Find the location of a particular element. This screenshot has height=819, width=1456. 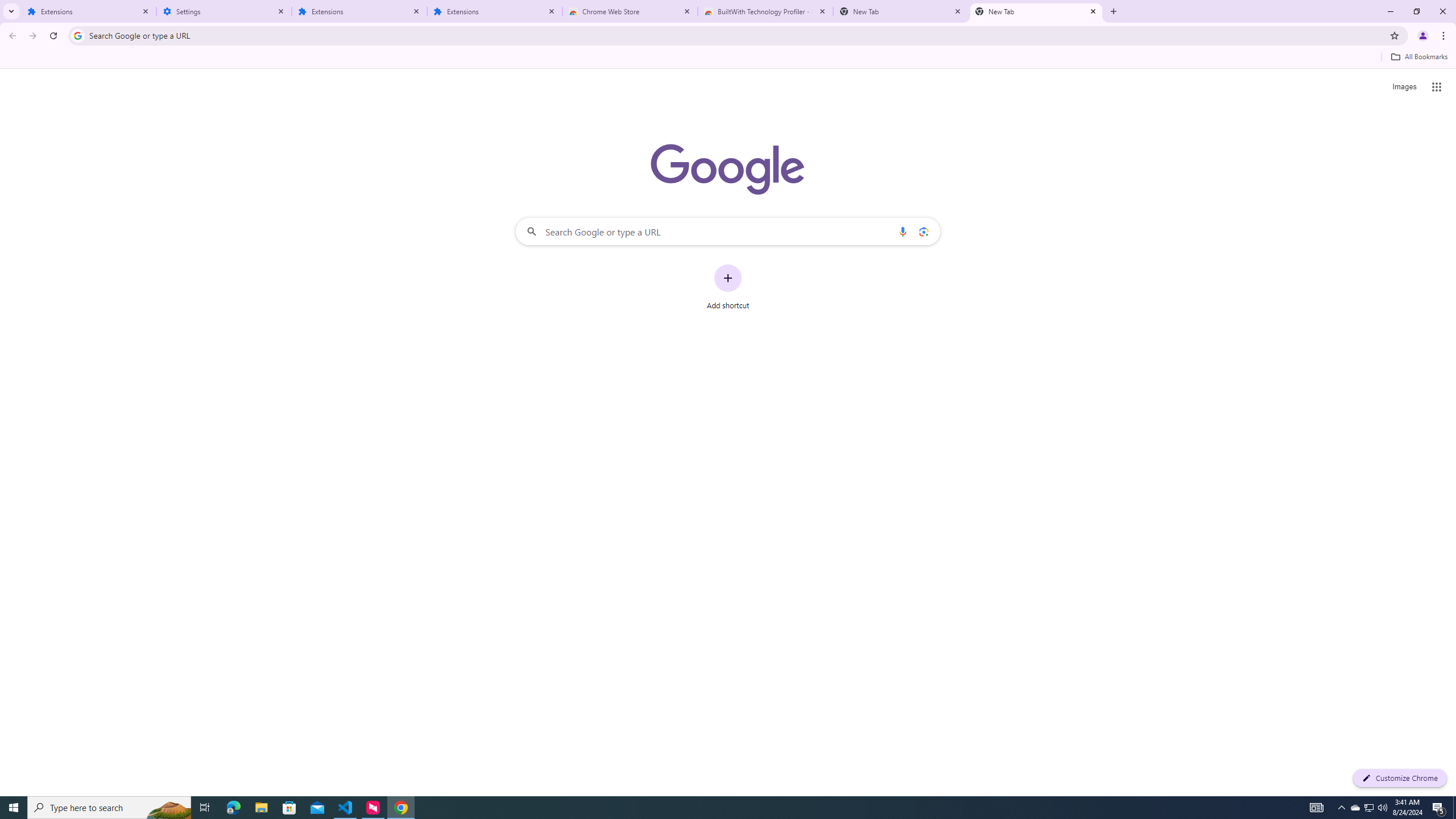

'Search by voice' is located at coordinates (902, 230).